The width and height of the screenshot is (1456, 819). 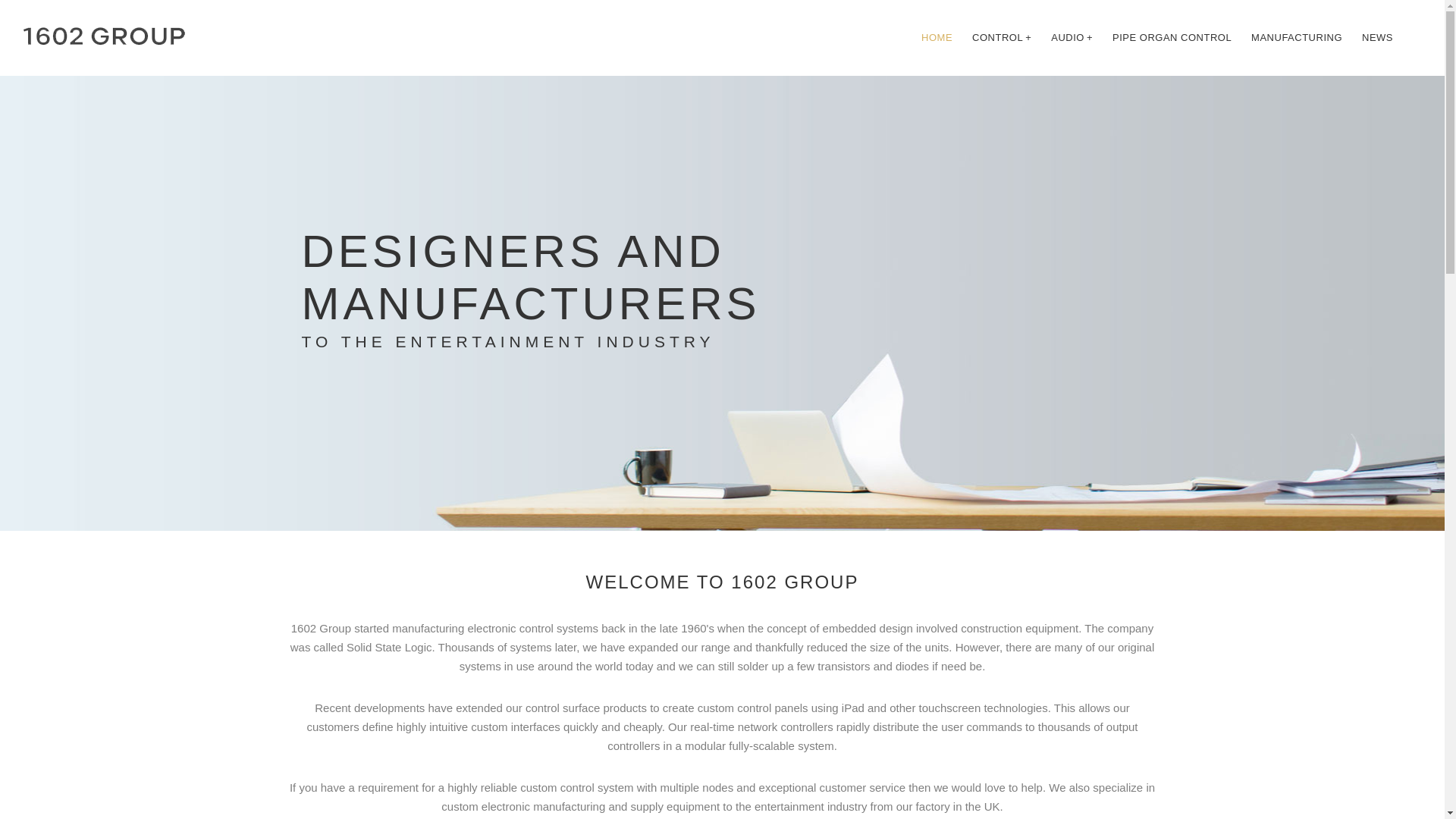 I want to click on 'HOME', so click(x=912, y=37).